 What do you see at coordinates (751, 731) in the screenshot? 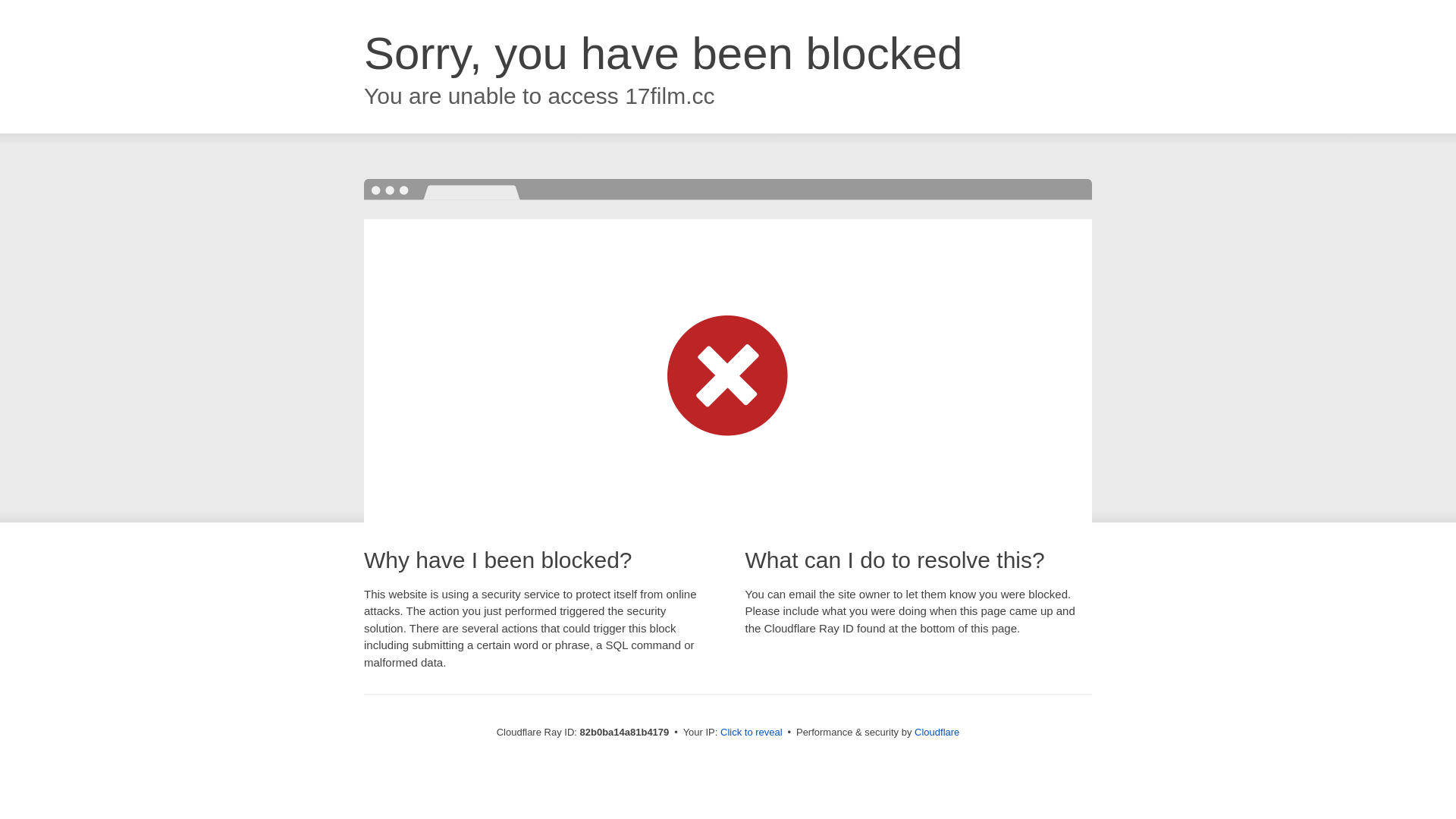
I see `'Click to reveal'` at bounding box center [751, 731].